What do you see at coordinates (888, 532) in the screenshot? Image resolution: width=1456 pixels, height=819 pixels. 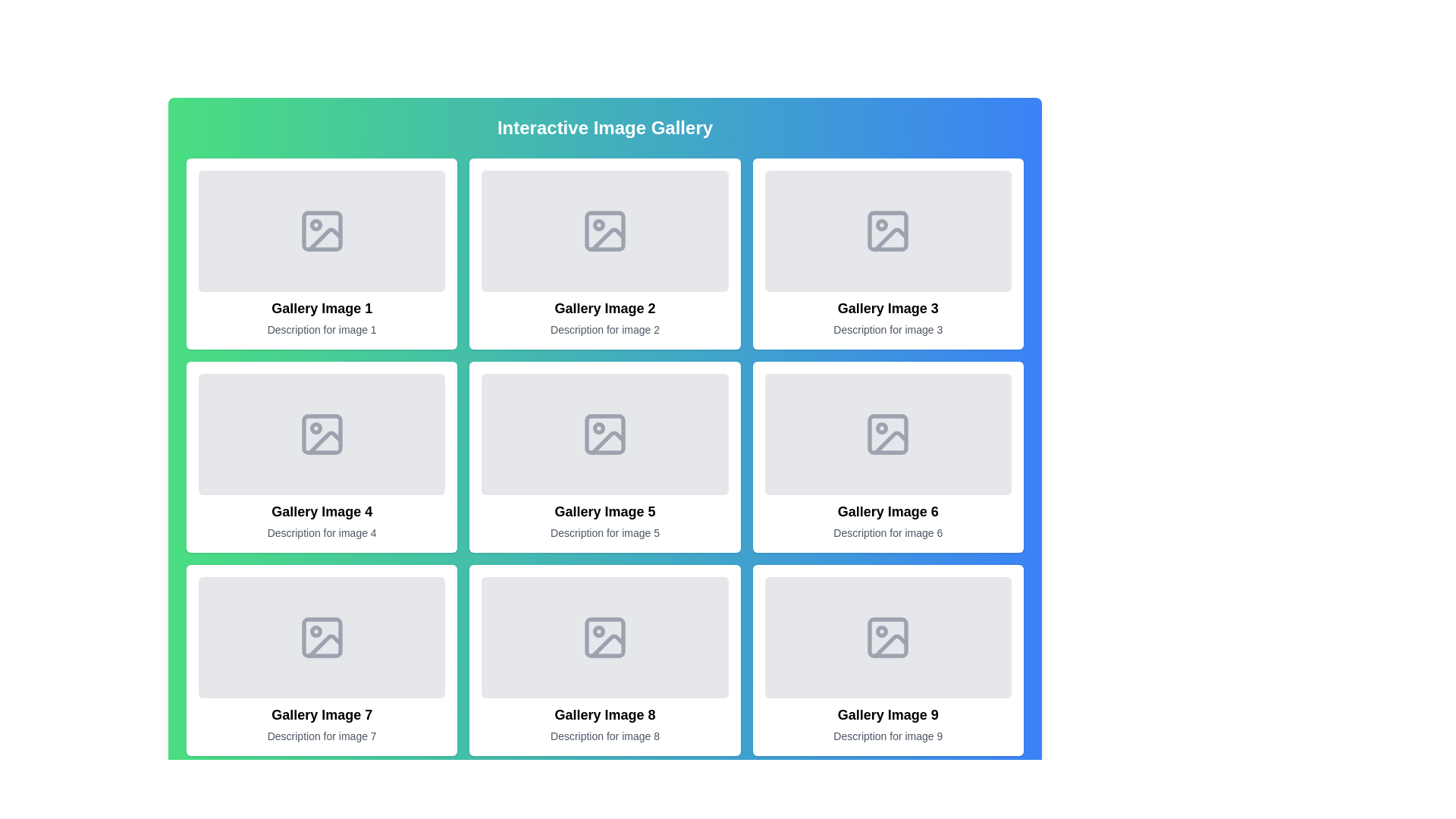 I see `the text label providing context for 'Gallery Image 6', positioned below the title in the sixth cell of the 3x3 grid layout` at bounding box center [888, 532].